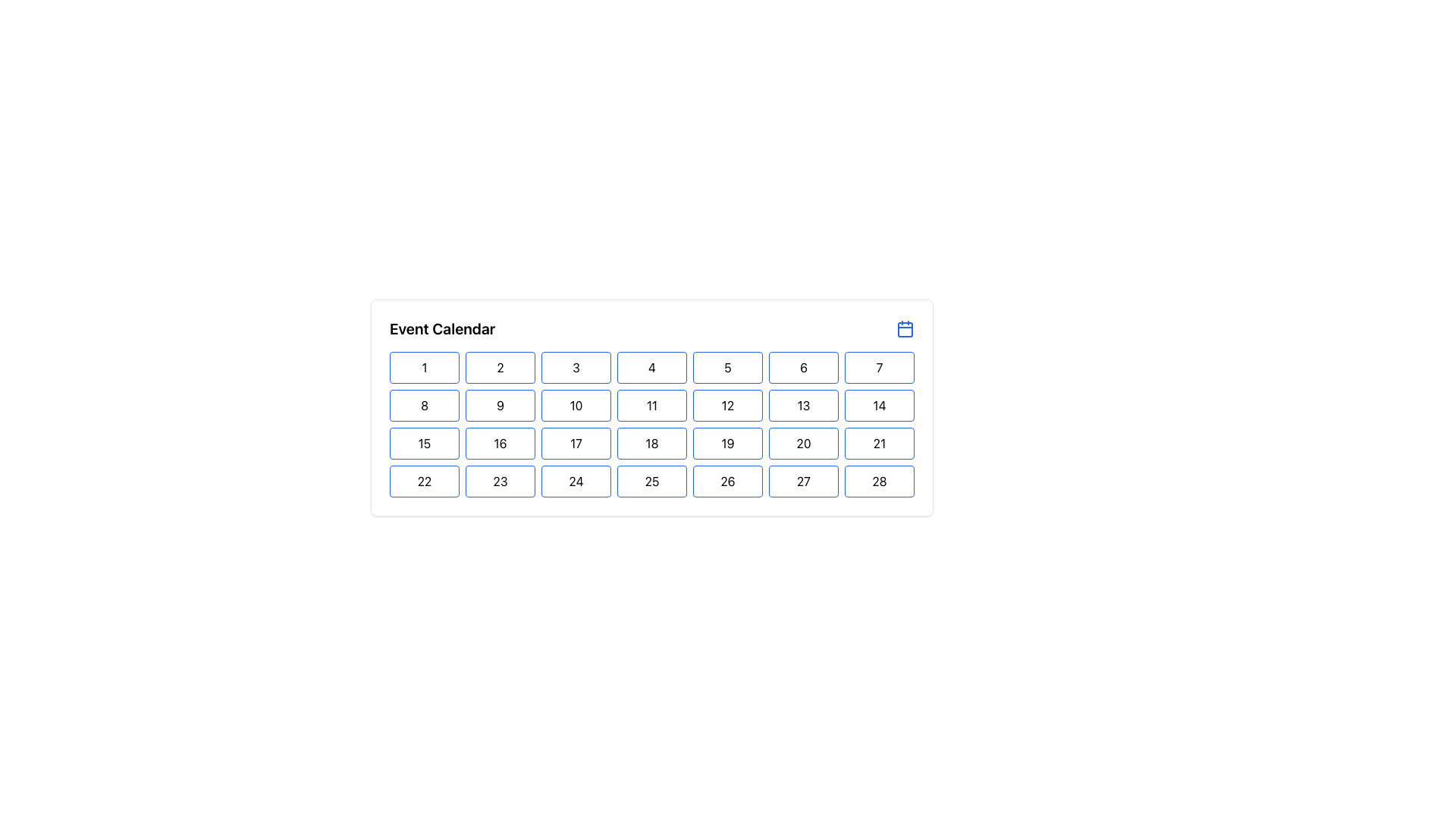  Describe the element at coordinates (905, 329) in the screenshot. I see `the decorative graphical component of the calendar icon, which is a rectangle located at the top-right corner of the outlined event calendar interface` at that location.